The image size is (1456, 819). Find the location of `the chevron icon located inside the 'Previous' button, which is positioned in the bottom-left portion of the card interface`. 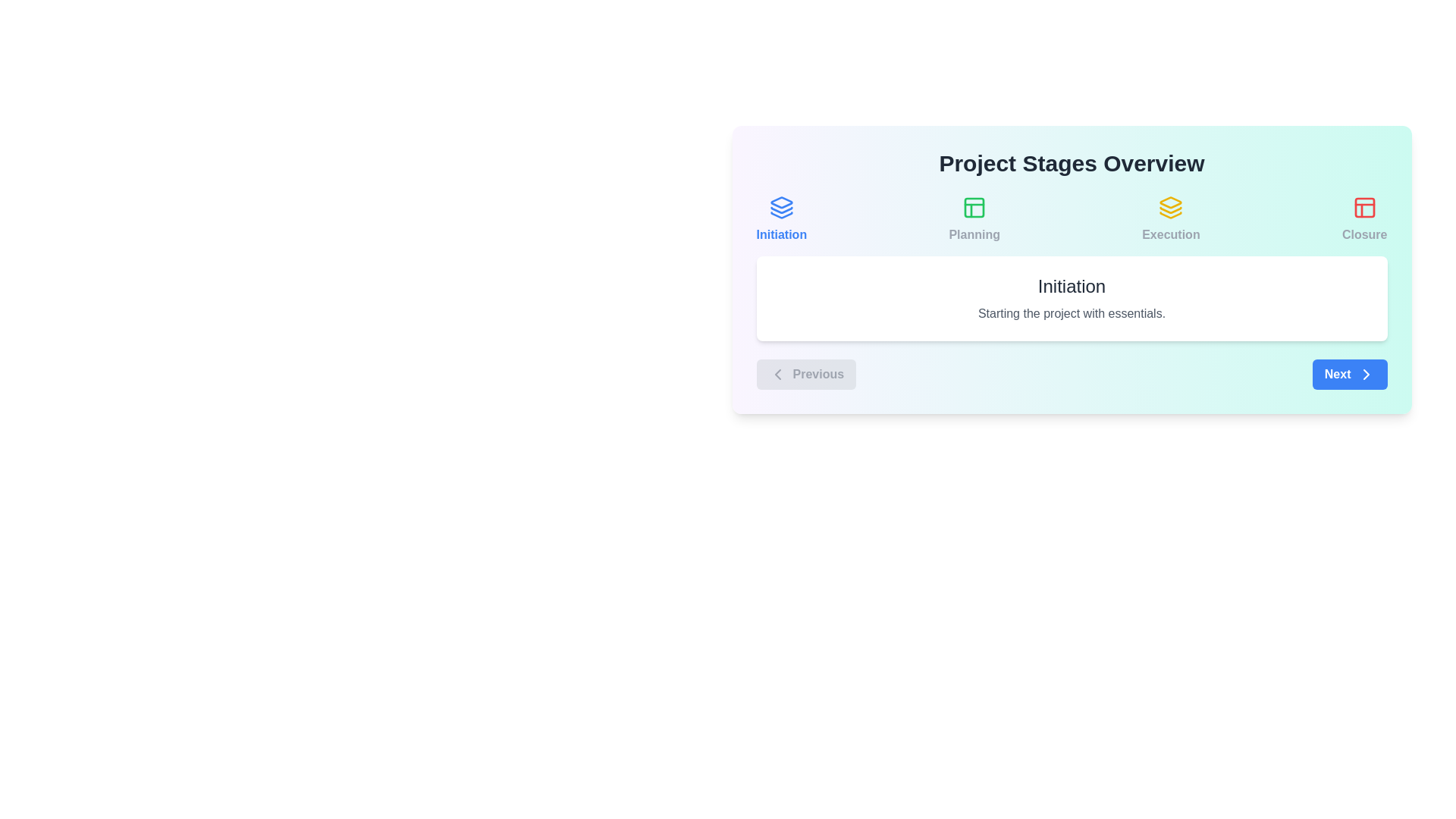

the chevron icon located inside the 'Previous' button, which is positioned in the bottom-left portion of the card interface is located at coordinates (777, 374).